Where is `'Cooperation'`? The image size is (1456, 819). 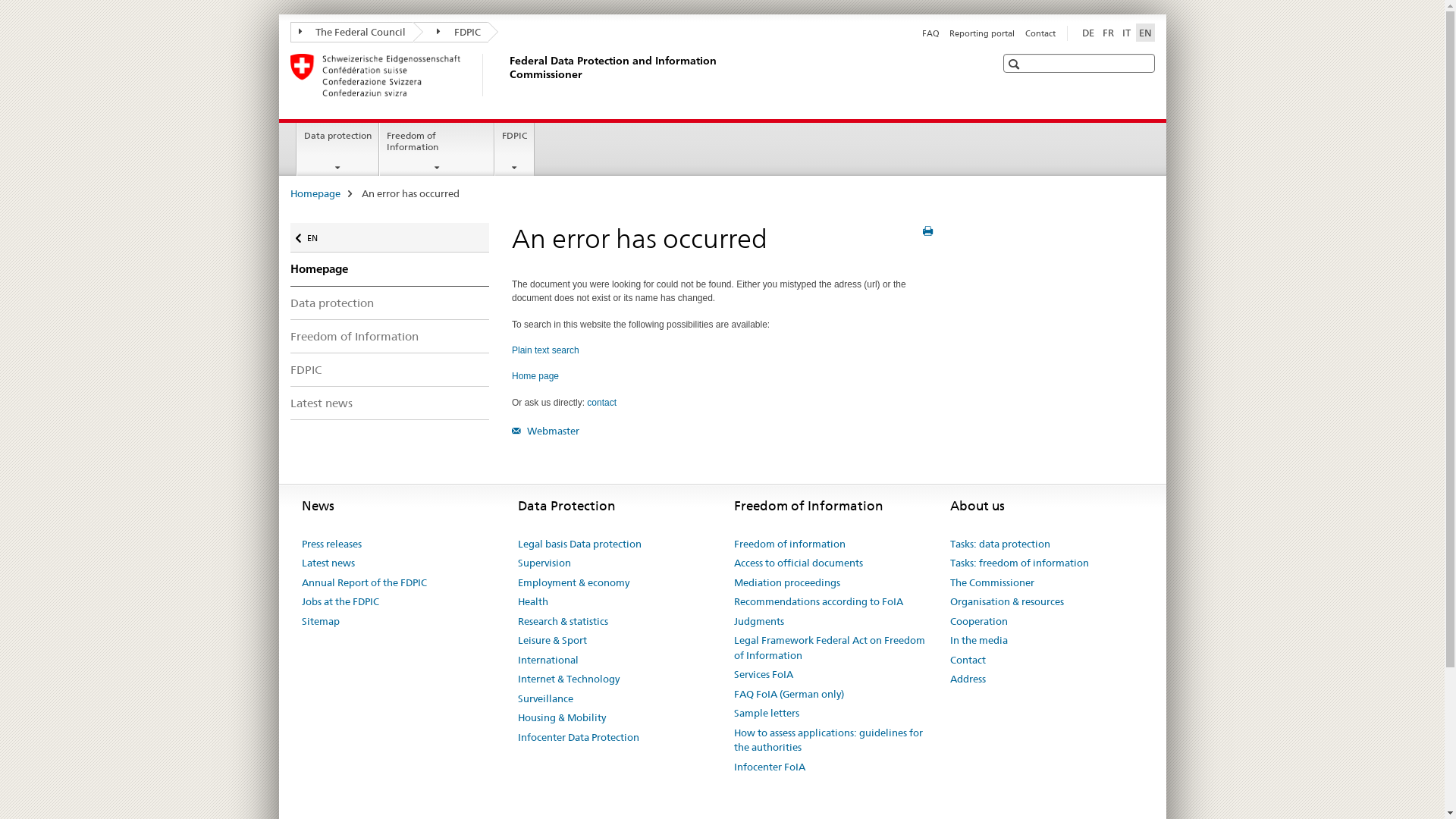
'Cooperation' is located at coordinates (978, 622).